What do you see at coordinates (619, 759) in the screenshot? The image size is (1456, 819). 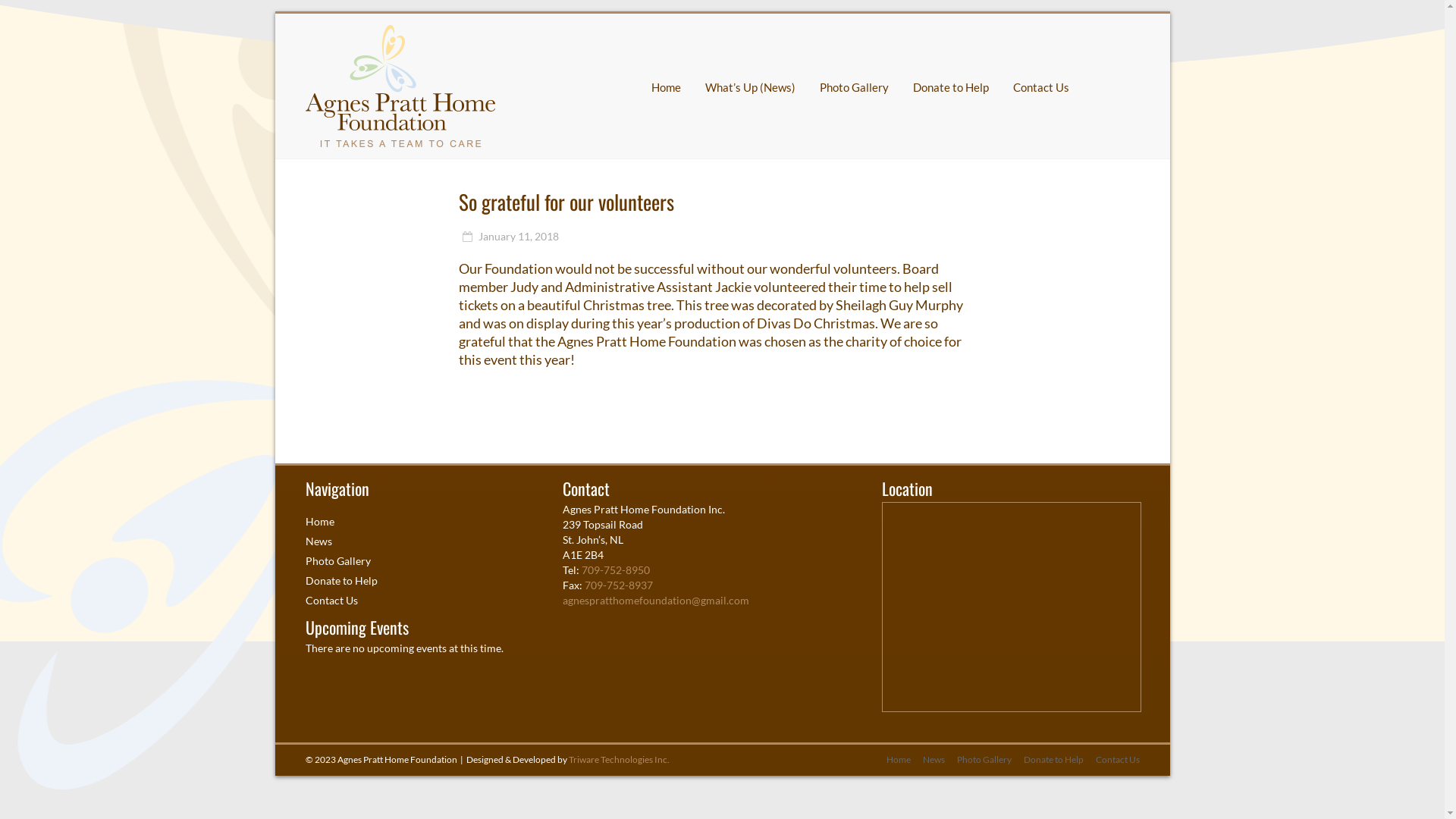 I see `'Triware Technologies Inc.'` at bounding box center [619, 759].